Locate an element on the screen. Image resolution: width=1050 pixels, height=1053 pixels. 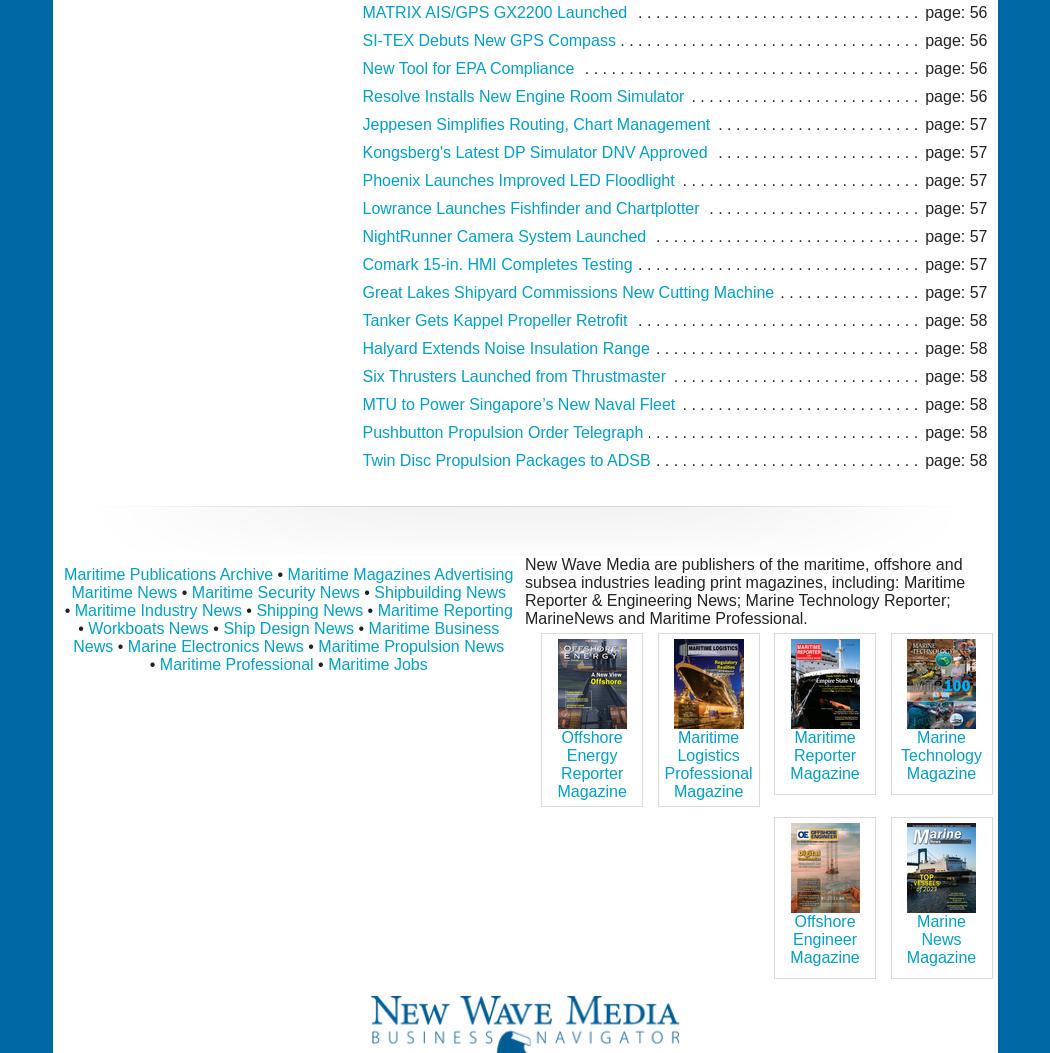
'Maritime Jobs' is located at coordinates (328, 663).